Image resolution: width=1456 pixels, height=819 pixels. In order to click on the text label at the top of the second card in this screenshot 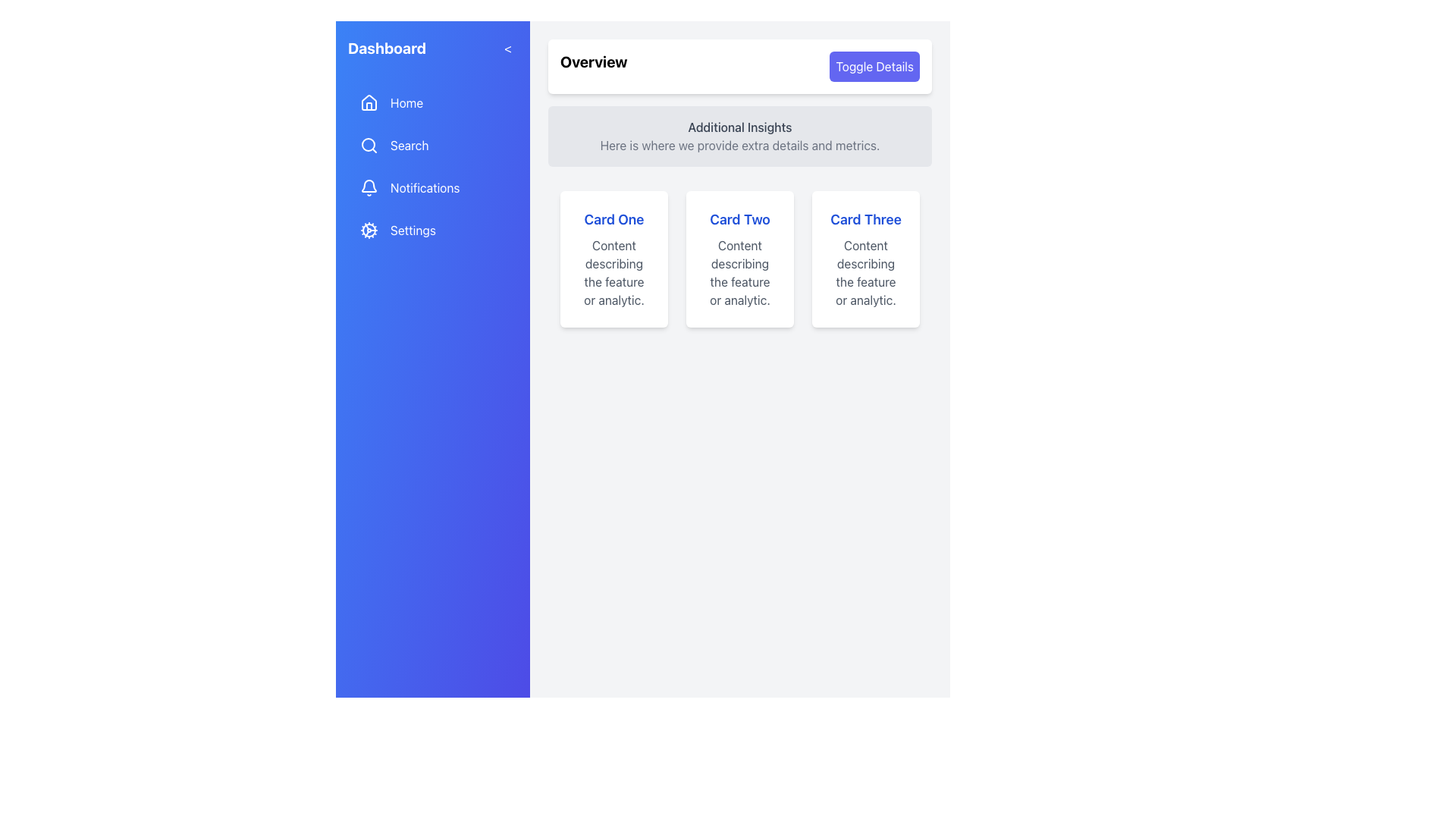, I will do `click(739, 219)`.